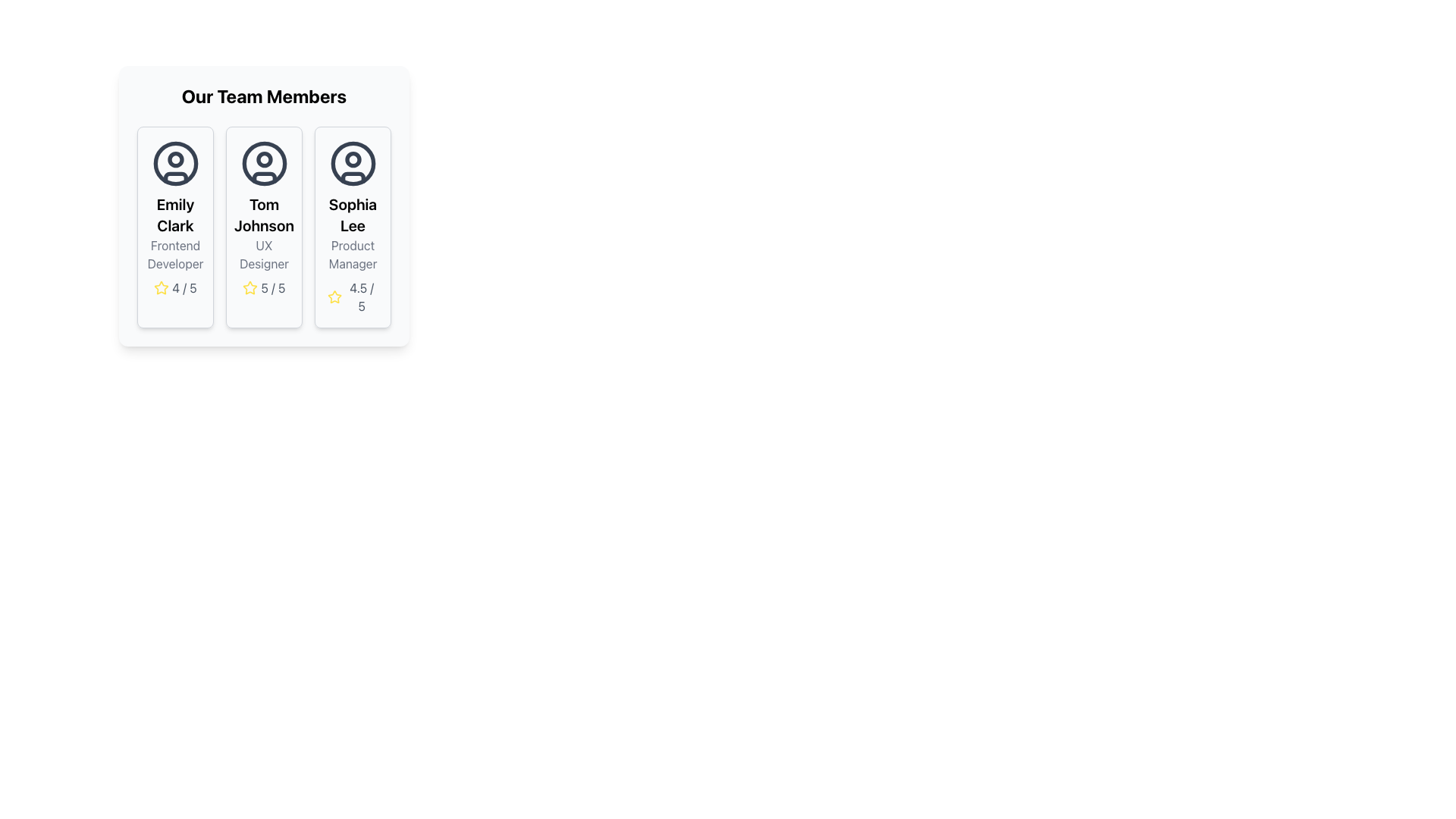  Describe the element at coordinates (175, 253) in the screenshot. I see `the static text element displaying 'Frontend Developer' located below 'Emily Clark' in the middle column of the interface` at that location.